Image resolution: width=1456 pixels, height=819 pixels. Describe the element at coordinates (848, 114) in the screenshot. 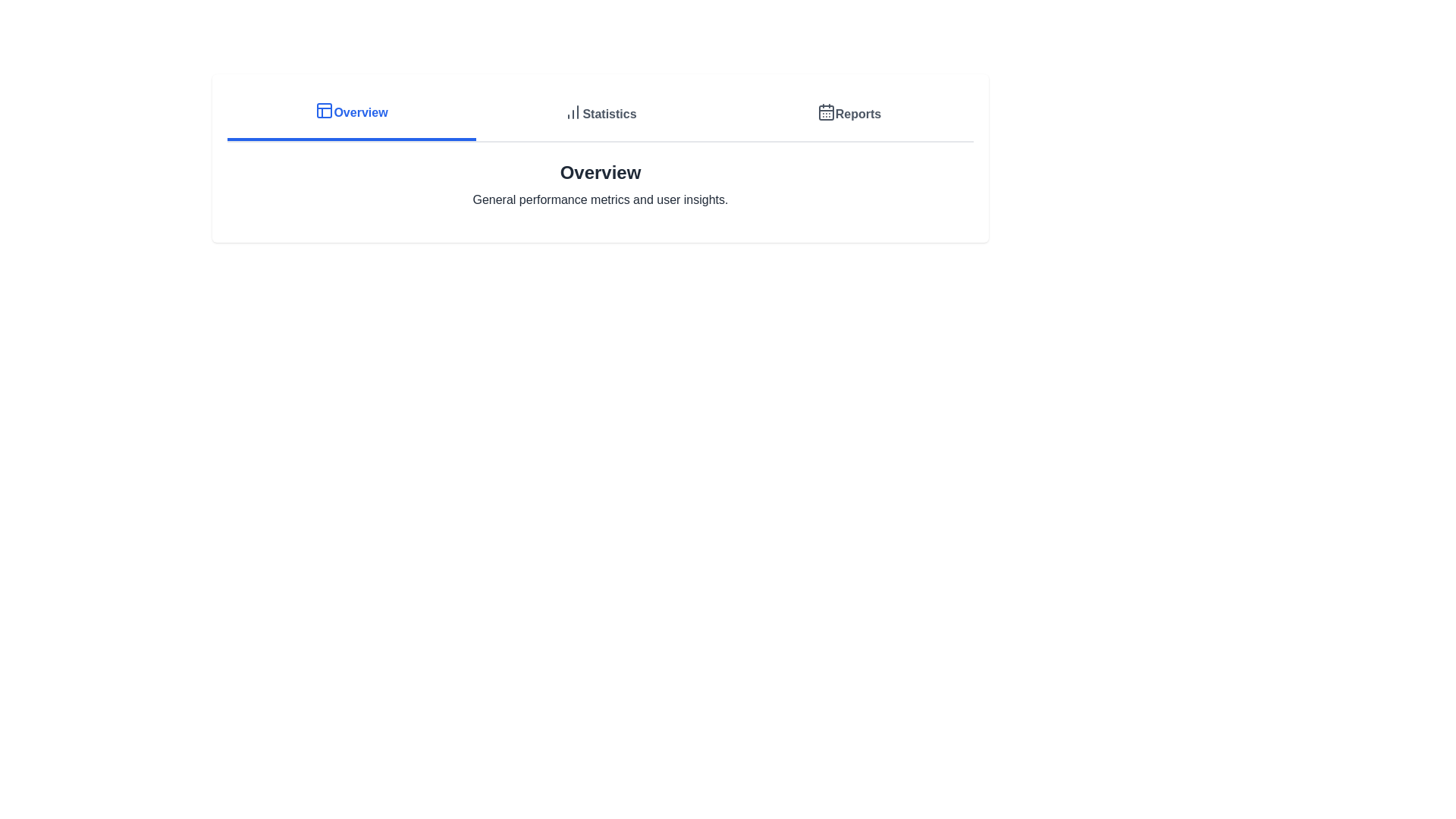

I see `the 'Reports' button, which is the third button in a row of three buttons` at that location.